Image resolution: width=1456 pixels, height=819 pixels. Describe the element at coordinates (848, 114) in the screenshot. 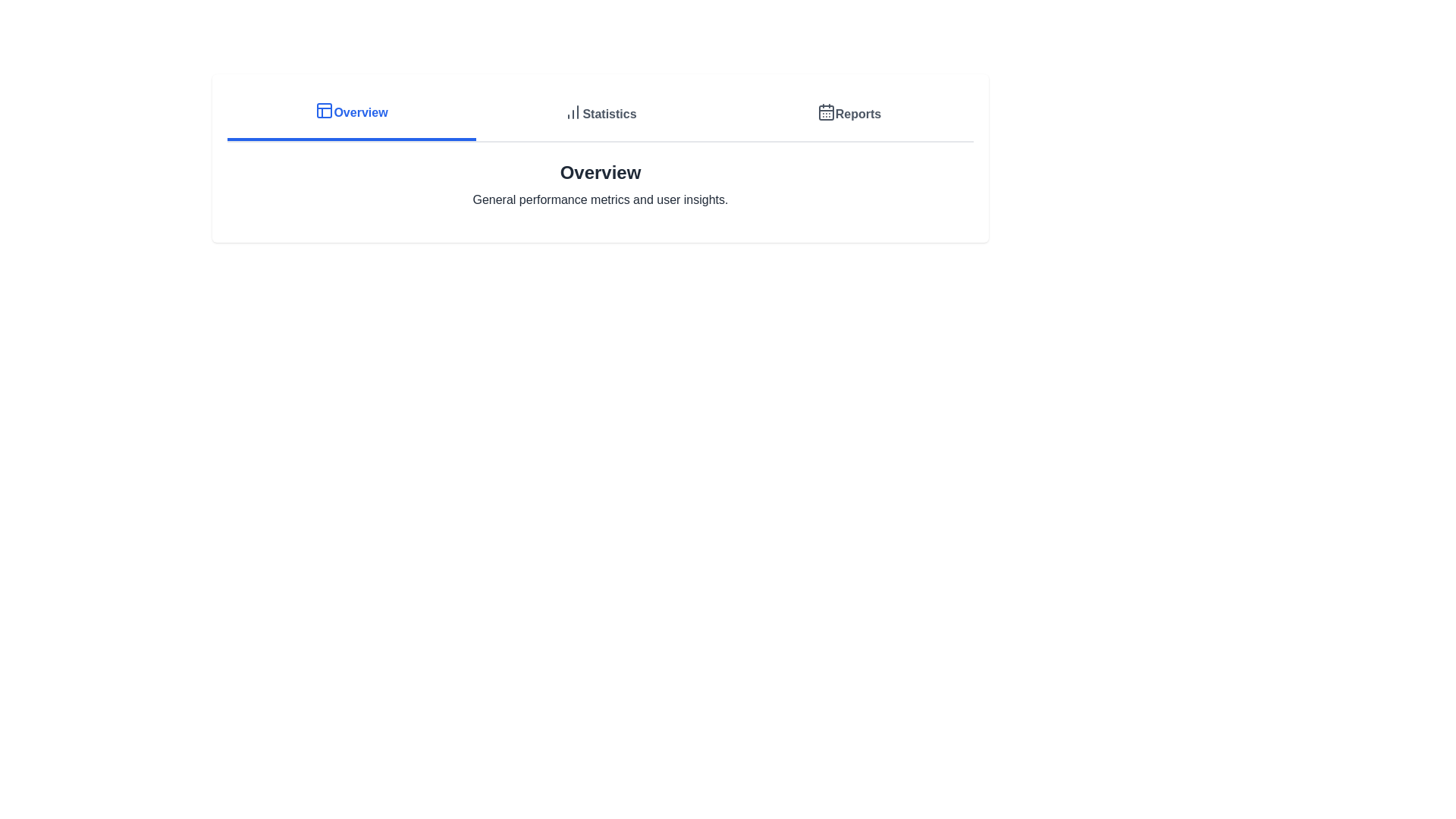

I see `the 'Reports' button, which is the third button in a row of three buttons` at that location.